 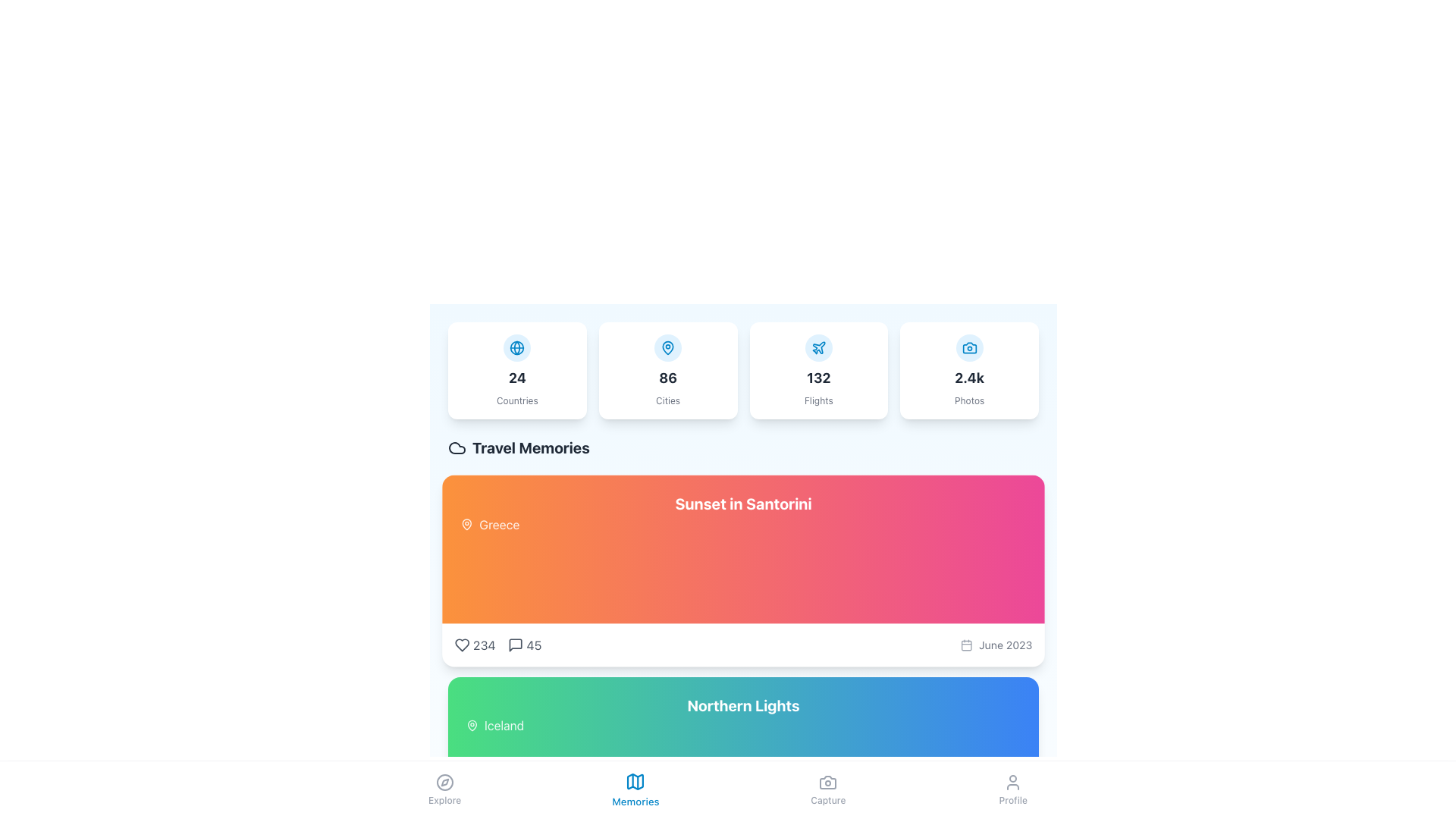 What do you see at coordinates (1006, 645) in the screenshot?
I see `the Text label that shows the date or time period related to the content on the card labeled 'Sunset in Santorini', located in the bottom-right corner next to a calendar icon` at bounding box center [1006, 645].